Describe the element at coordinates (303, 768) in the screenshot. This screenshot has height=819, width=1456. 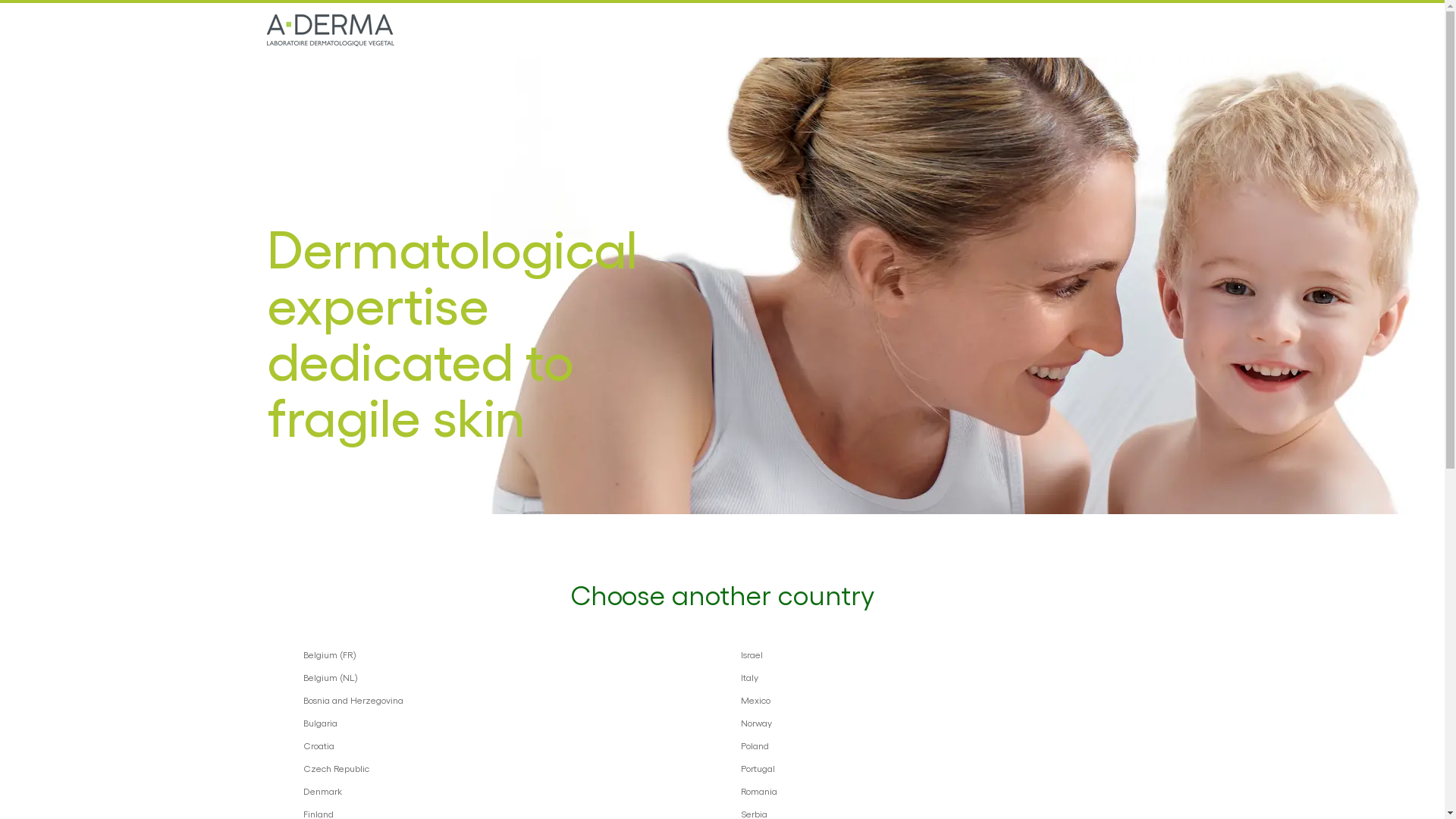
I see `'Czech Republic'` at that location.